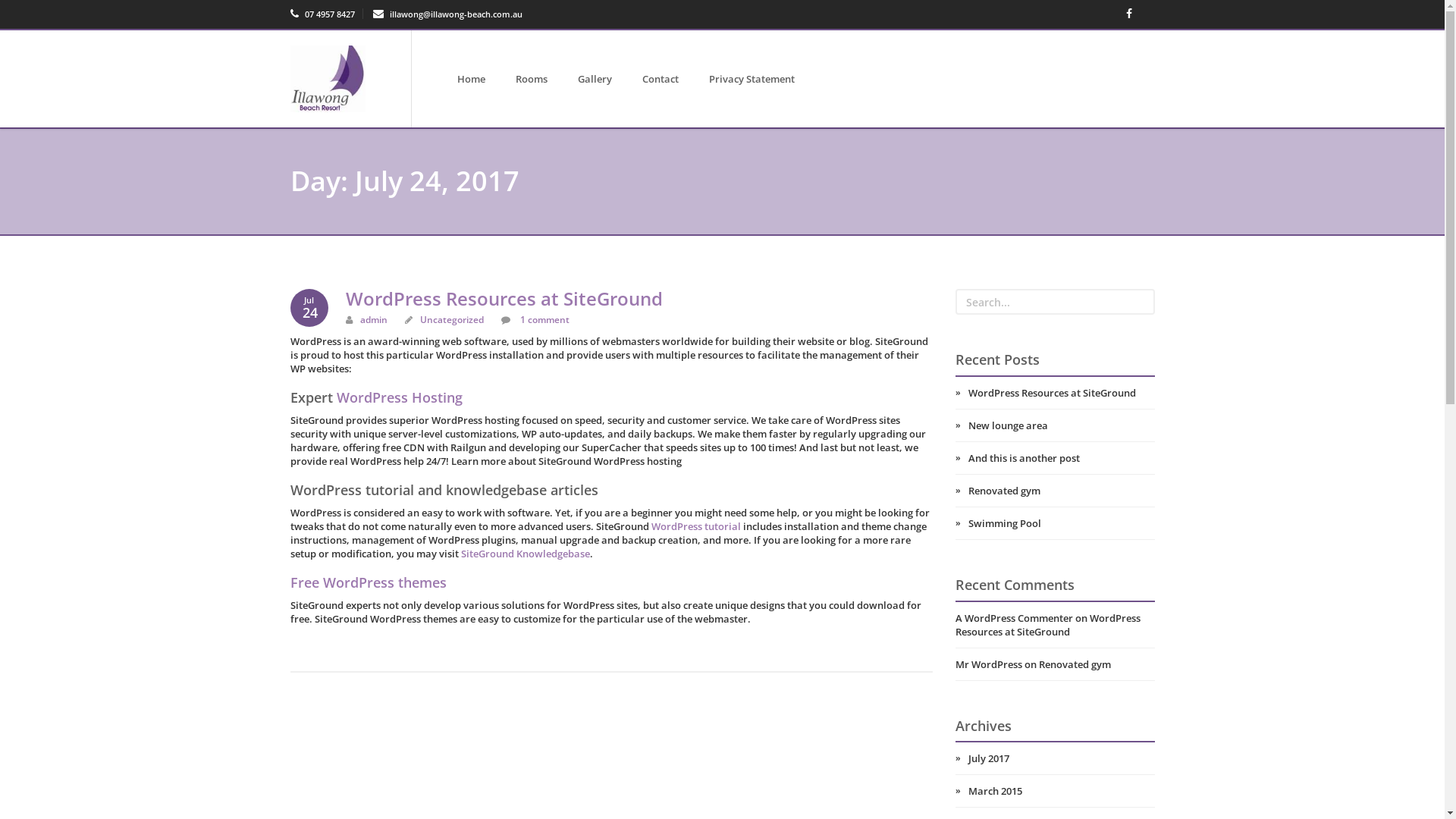 The height and width of the screenshot is (819, 1456). Describe the element at coordinates (1014, 617) in the screenshot. I see `'A WordPress Commenter'` at that location.